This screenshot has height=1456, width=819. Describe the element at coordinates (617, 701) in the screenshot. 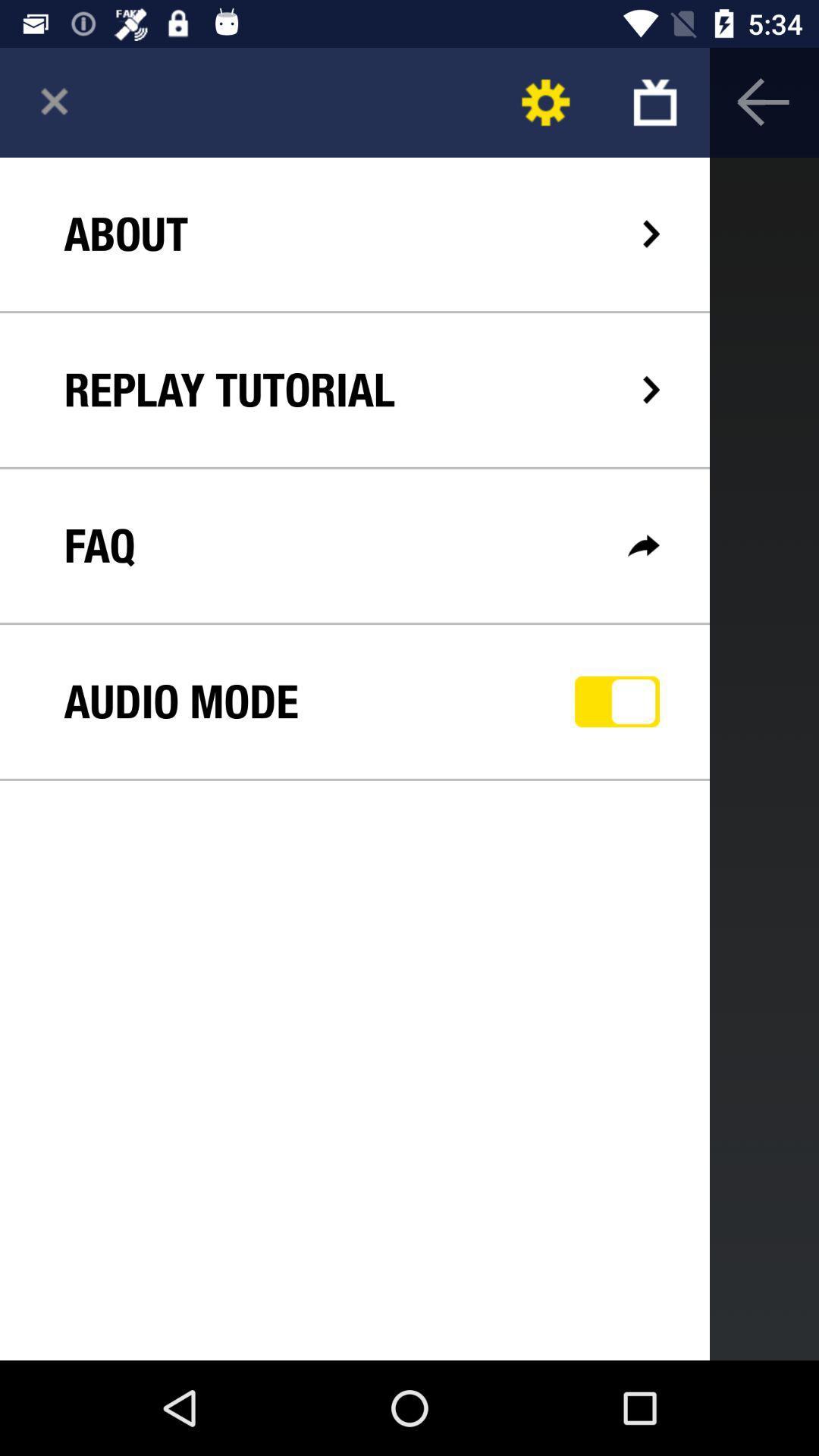

I see `item to the right of the audio mode app` at that location.